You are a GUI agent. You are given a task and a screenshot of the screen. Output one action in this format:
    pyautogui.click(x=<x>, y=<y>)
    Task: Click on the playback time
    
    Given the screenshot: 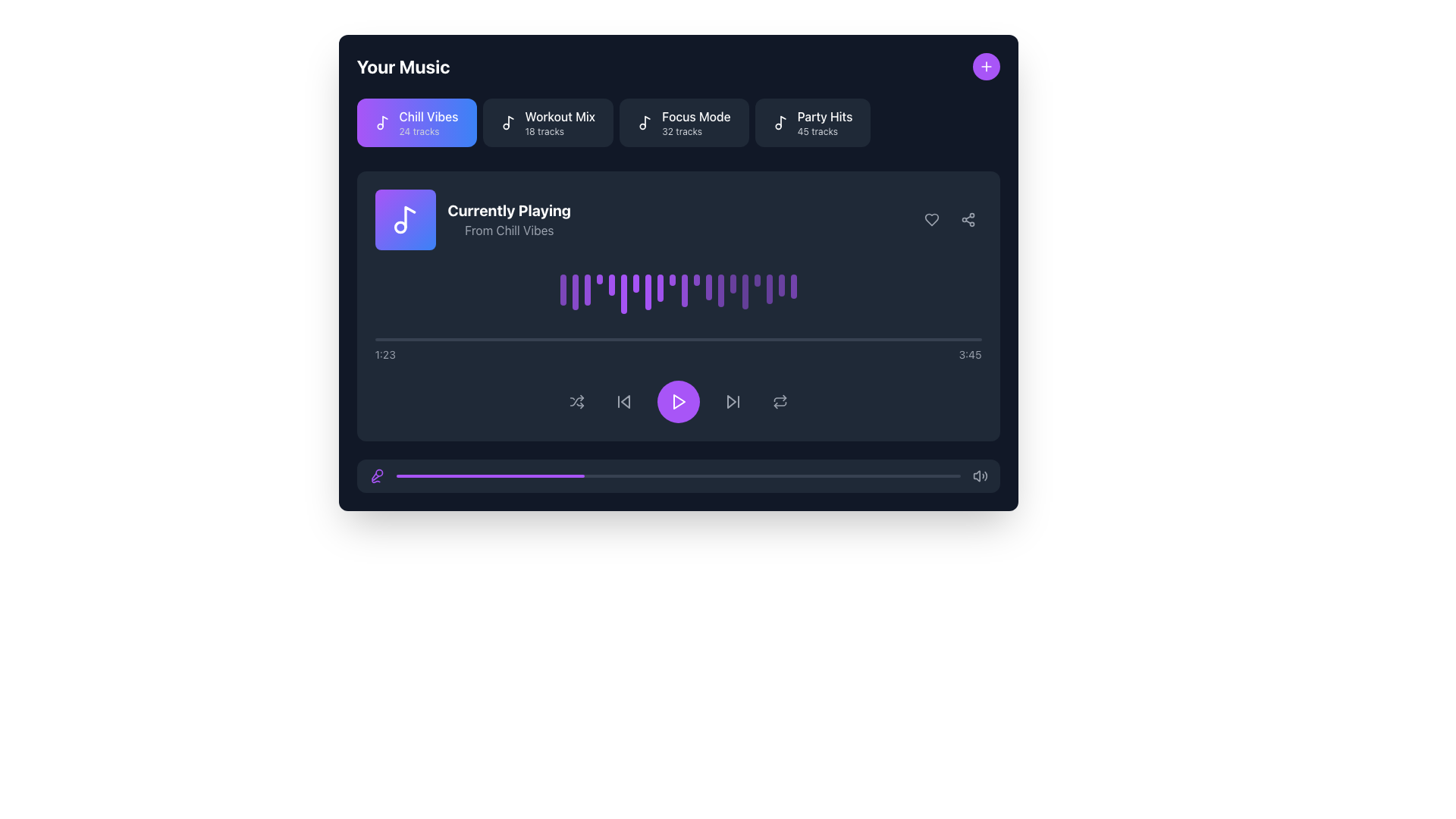 What is the action you would take?
    pyautogui.click(x=375, y=339)
    